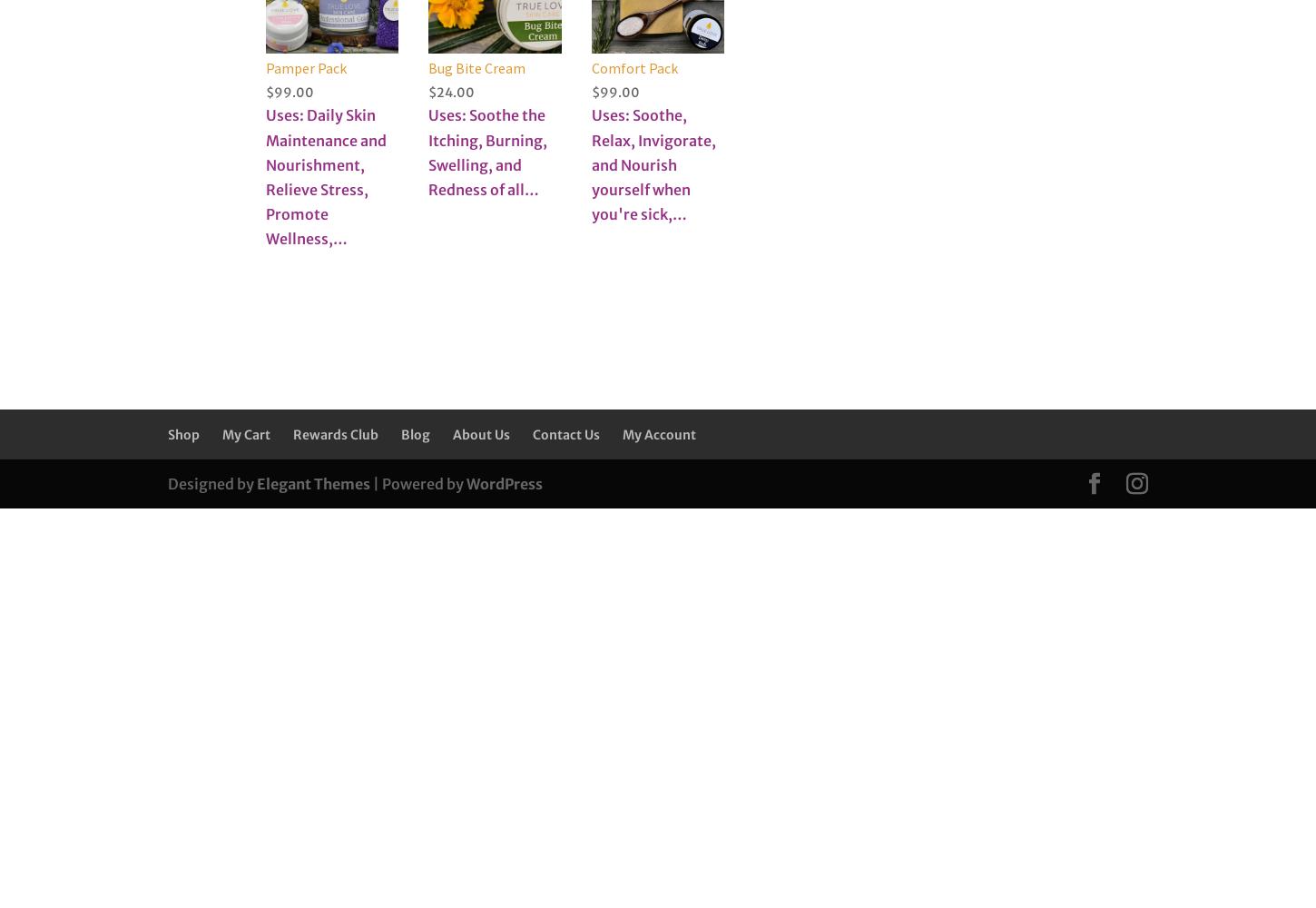  What do you see at coordinates (455, 91) in the screenshot?
I see `'24.00'` at bounding box center [455, 91].